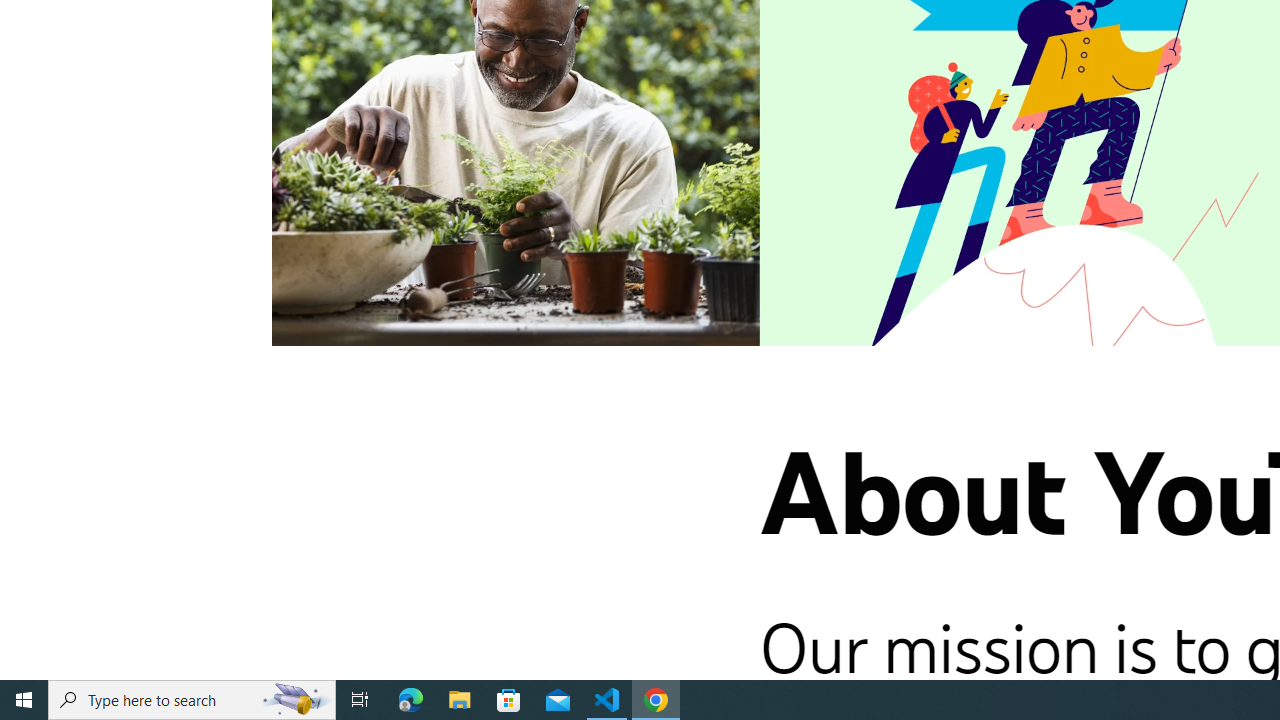 The width and height of the screenshot is (1280, 720). Describe the element at coordinates (359, 698) in the screenshot. I see `'Task View'` at that location.